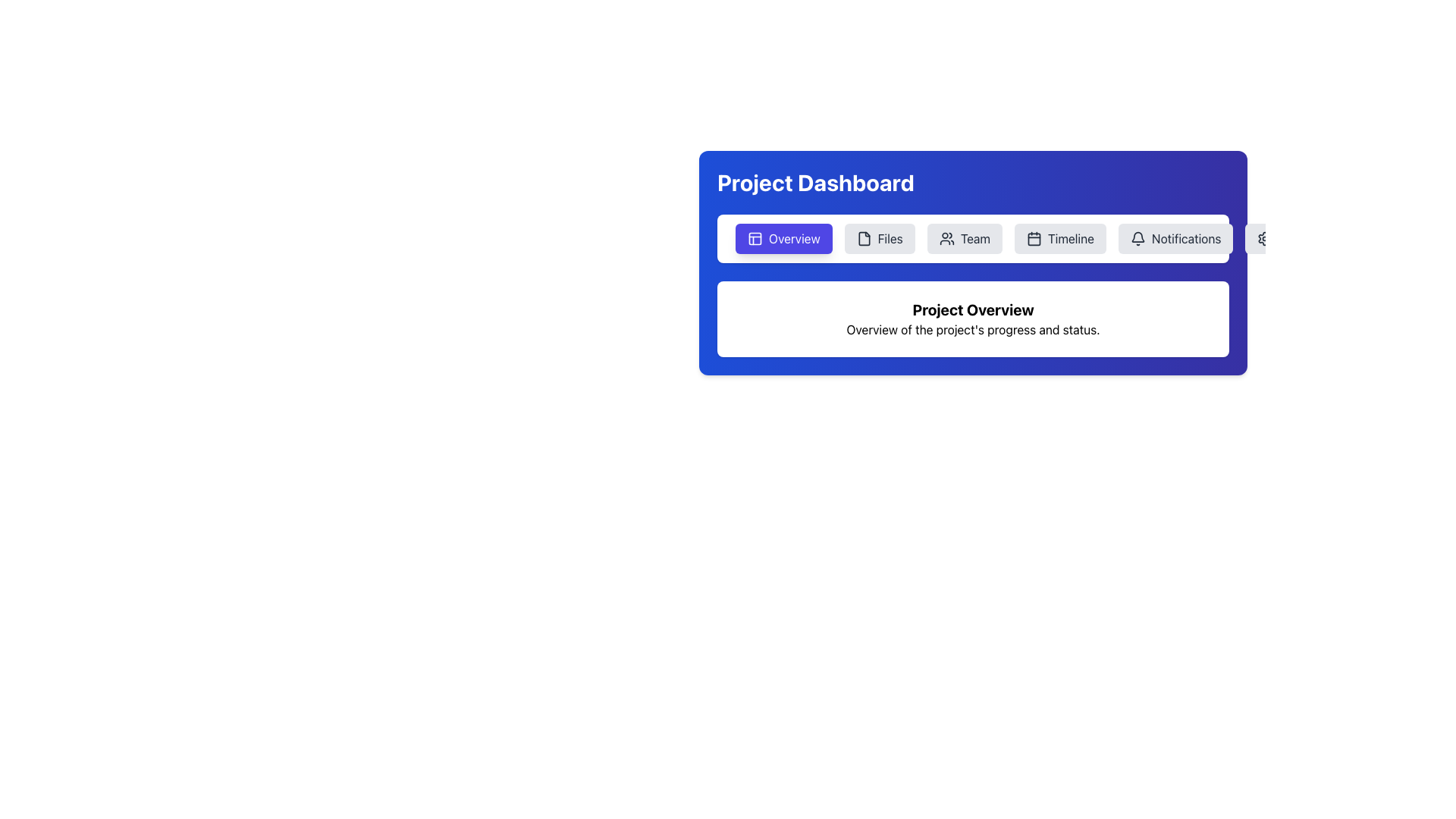 The height and width of the screenshot is (819, 1456). I want to click on the sixth button in the horizontal navigation bar at the top of the dashboard, so click(1290, 239).